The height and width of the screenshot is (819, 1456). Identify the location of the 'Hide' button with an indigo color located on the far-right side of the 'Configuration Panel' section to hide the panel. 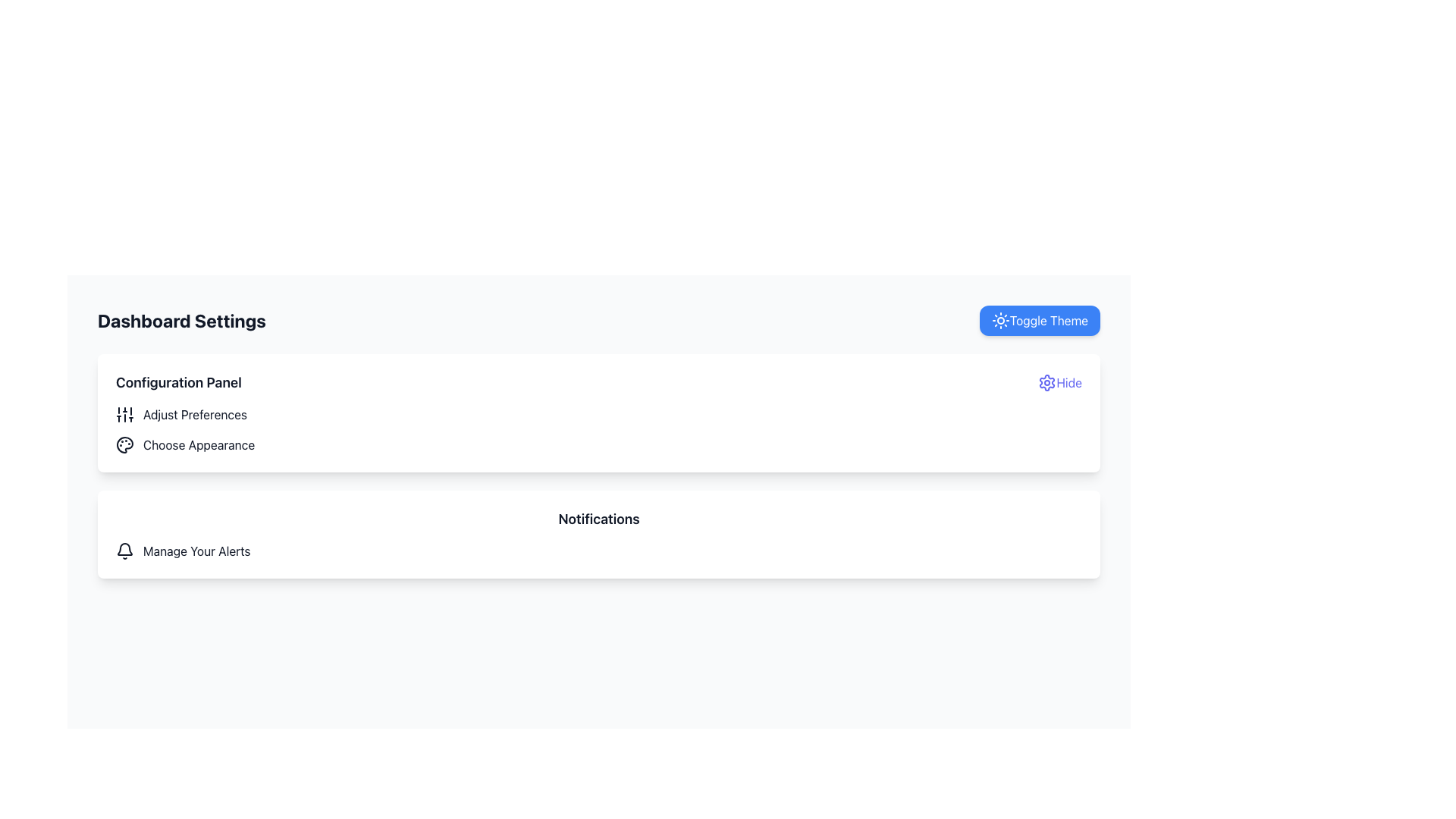
(1059, 382).